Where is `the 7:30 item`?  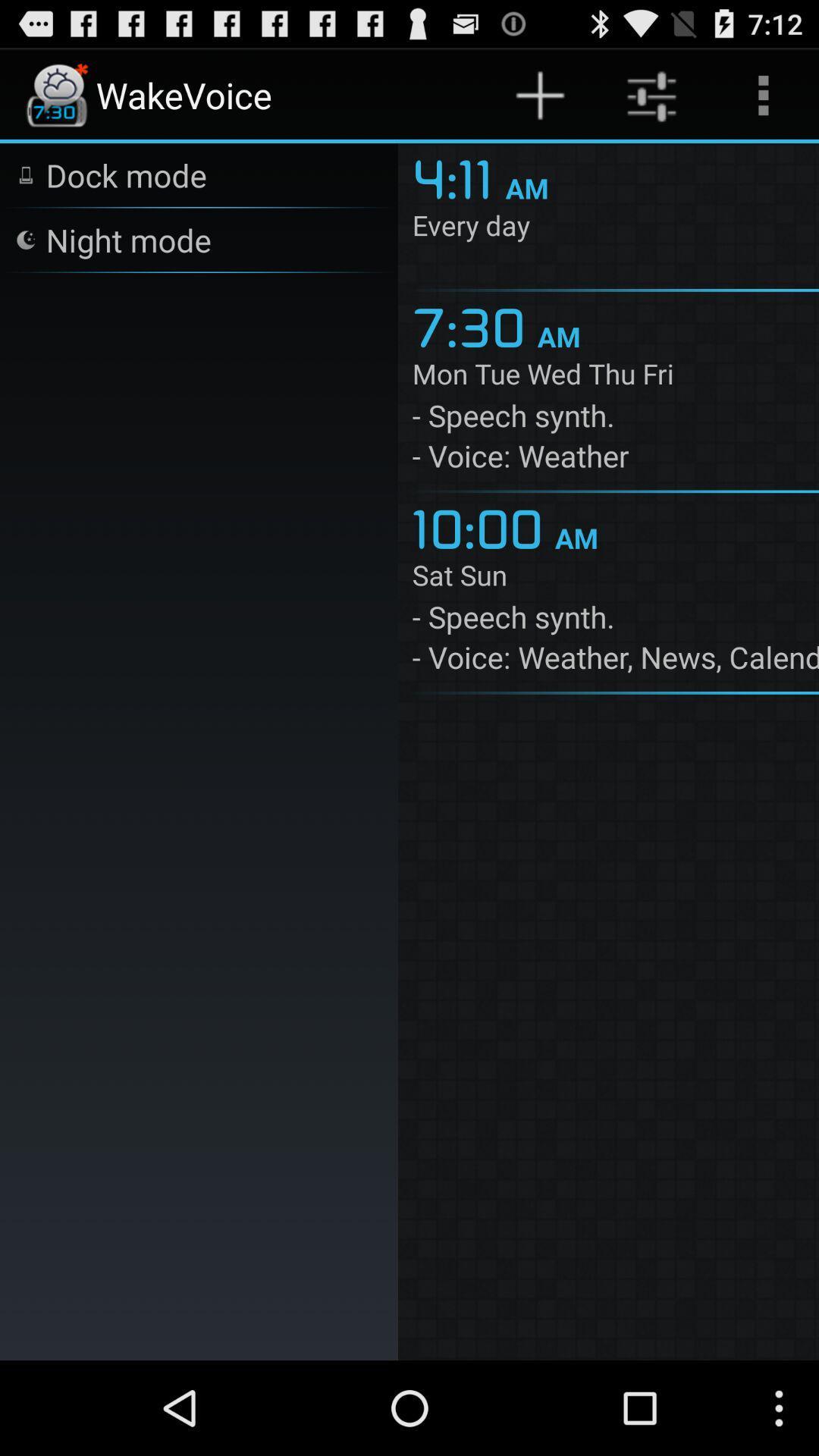
the 7:30 item is located at coordinates (474, 324).